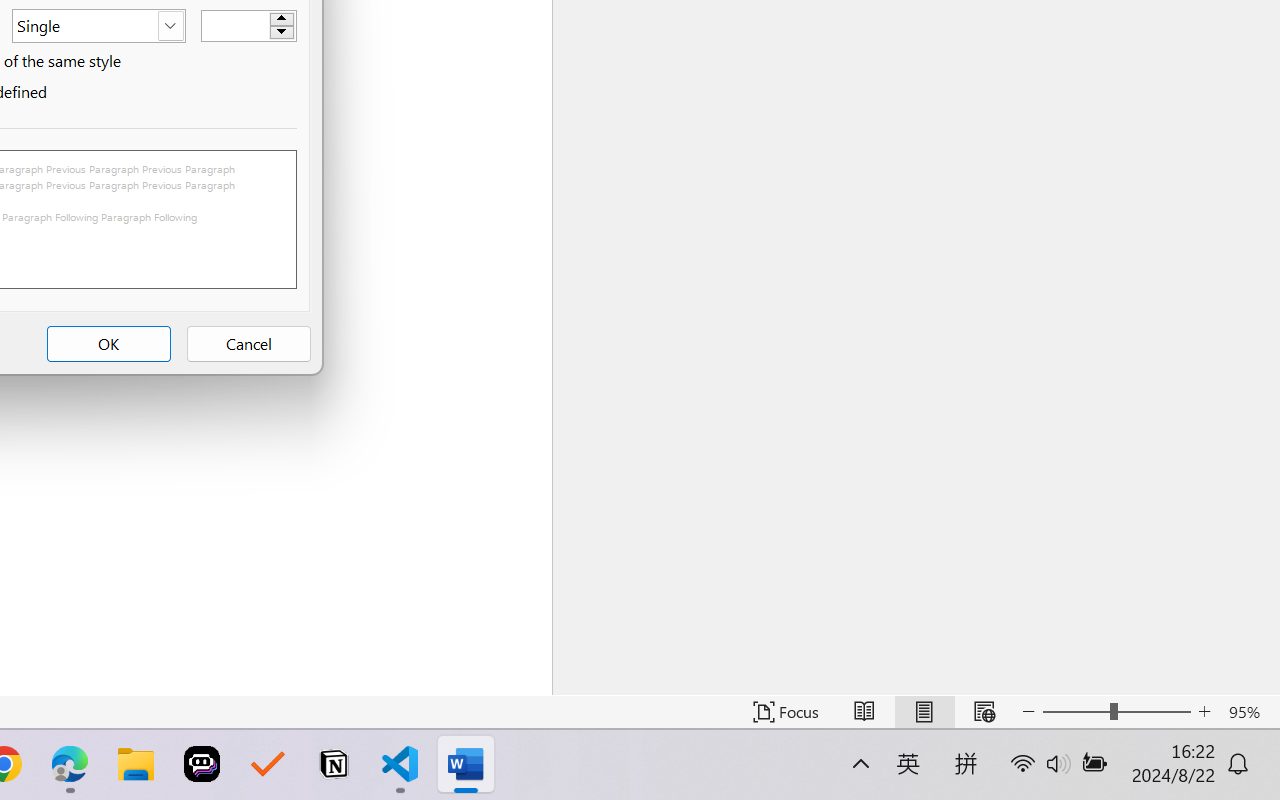 This screenshot has width=1280, height=800. Describe the element at coordinates (236, 26) in the screenshot. I see `'RichEdit Control'` at that location.